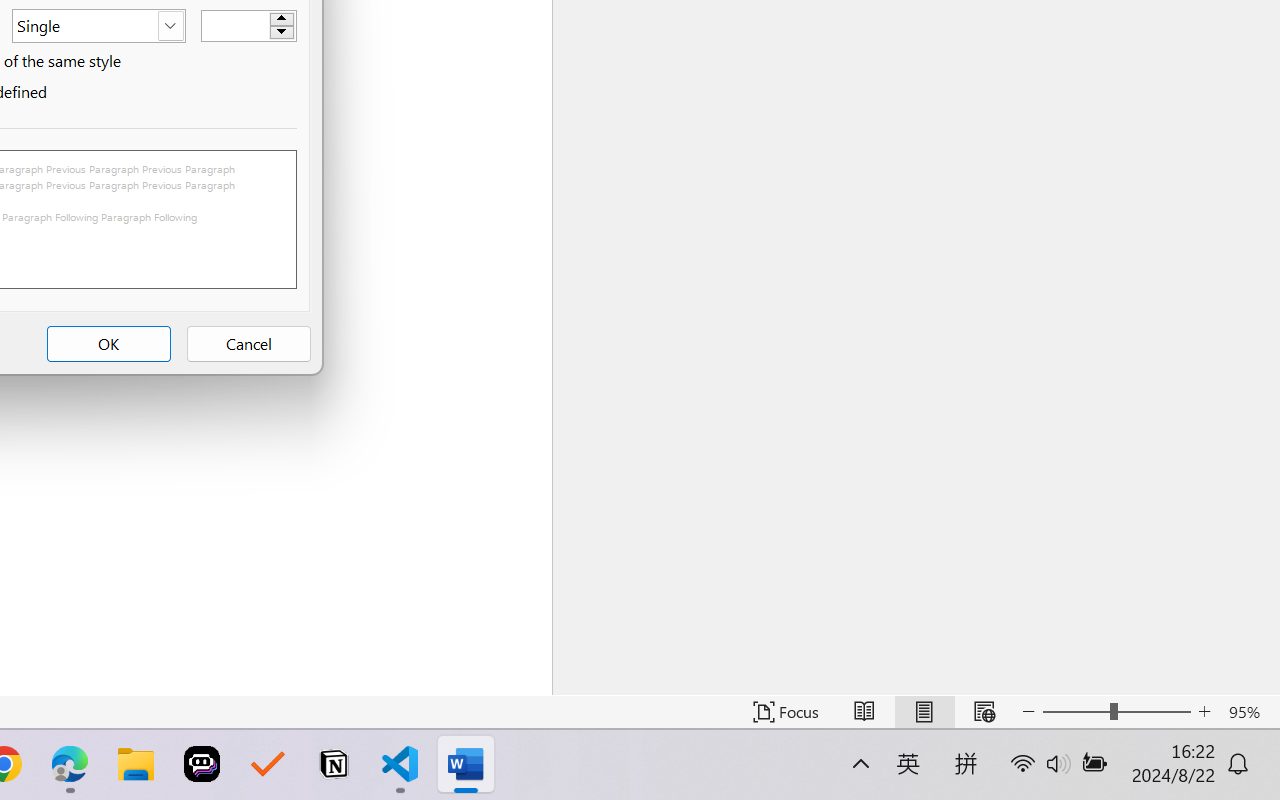 This screenshot has width=1280, height=800. Describe the element at coordinates (236, 26) in the screenshot. I see `'RichEdit Control'` at that location.